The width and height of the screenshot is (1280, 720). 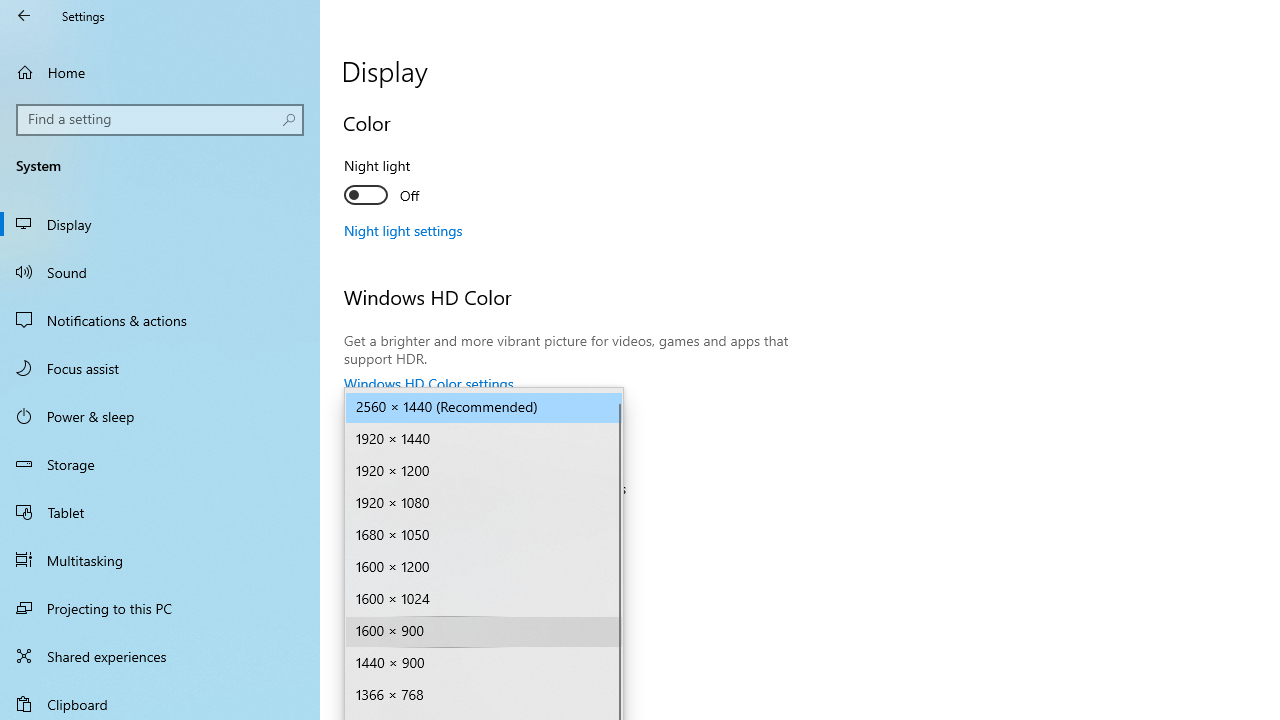 What do you see at coordinates (160, 655) in the screenshot?
I see `'Shared experiences'` at bounding box center [160, 655].